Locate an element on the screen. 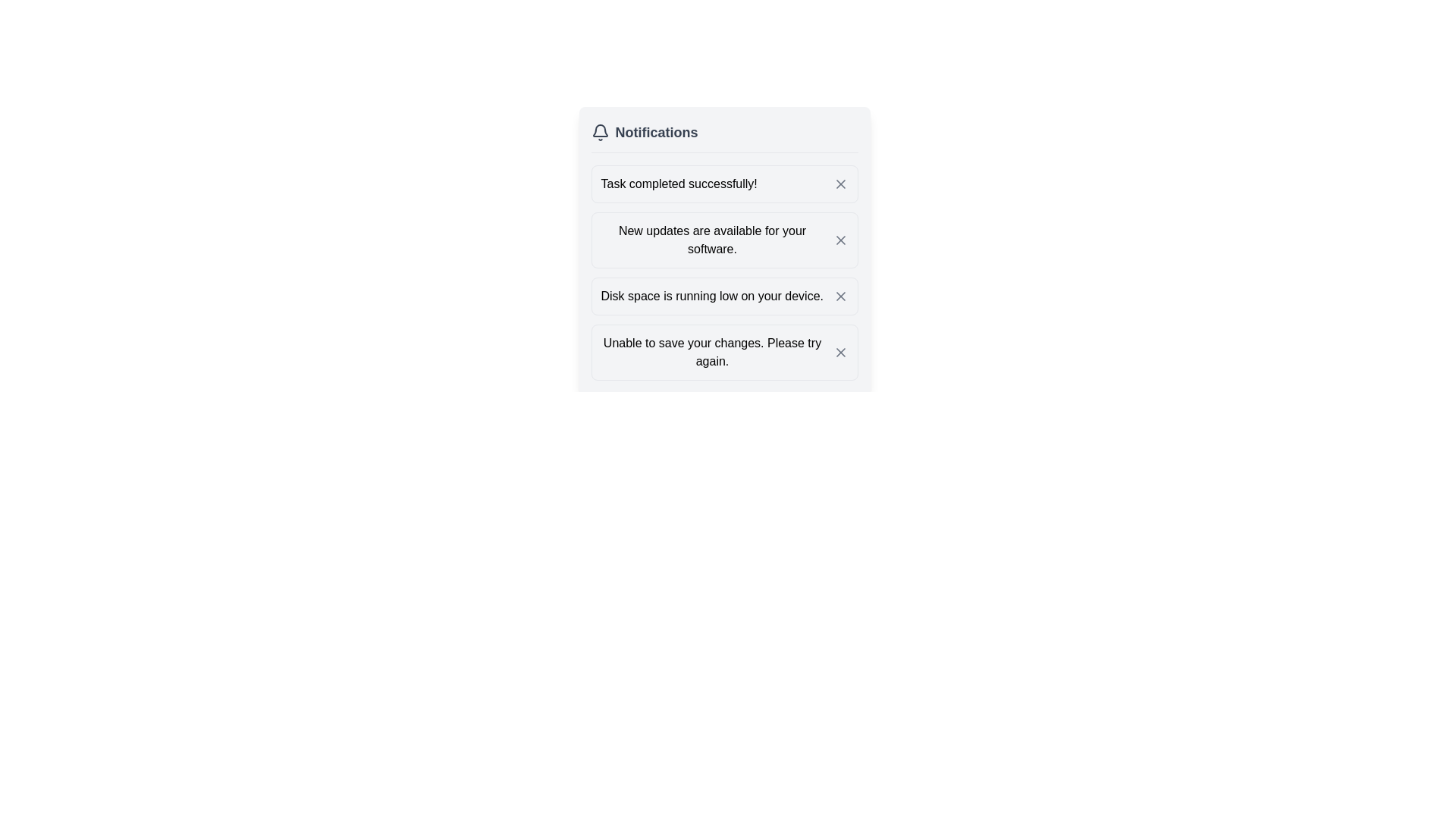 The height and width of the screenshot is (819, 1456). header text label of the notifications panel, which is located to the right of a bell icon and serves to indicate the panel's purpose is located at coordinates (656, 131).